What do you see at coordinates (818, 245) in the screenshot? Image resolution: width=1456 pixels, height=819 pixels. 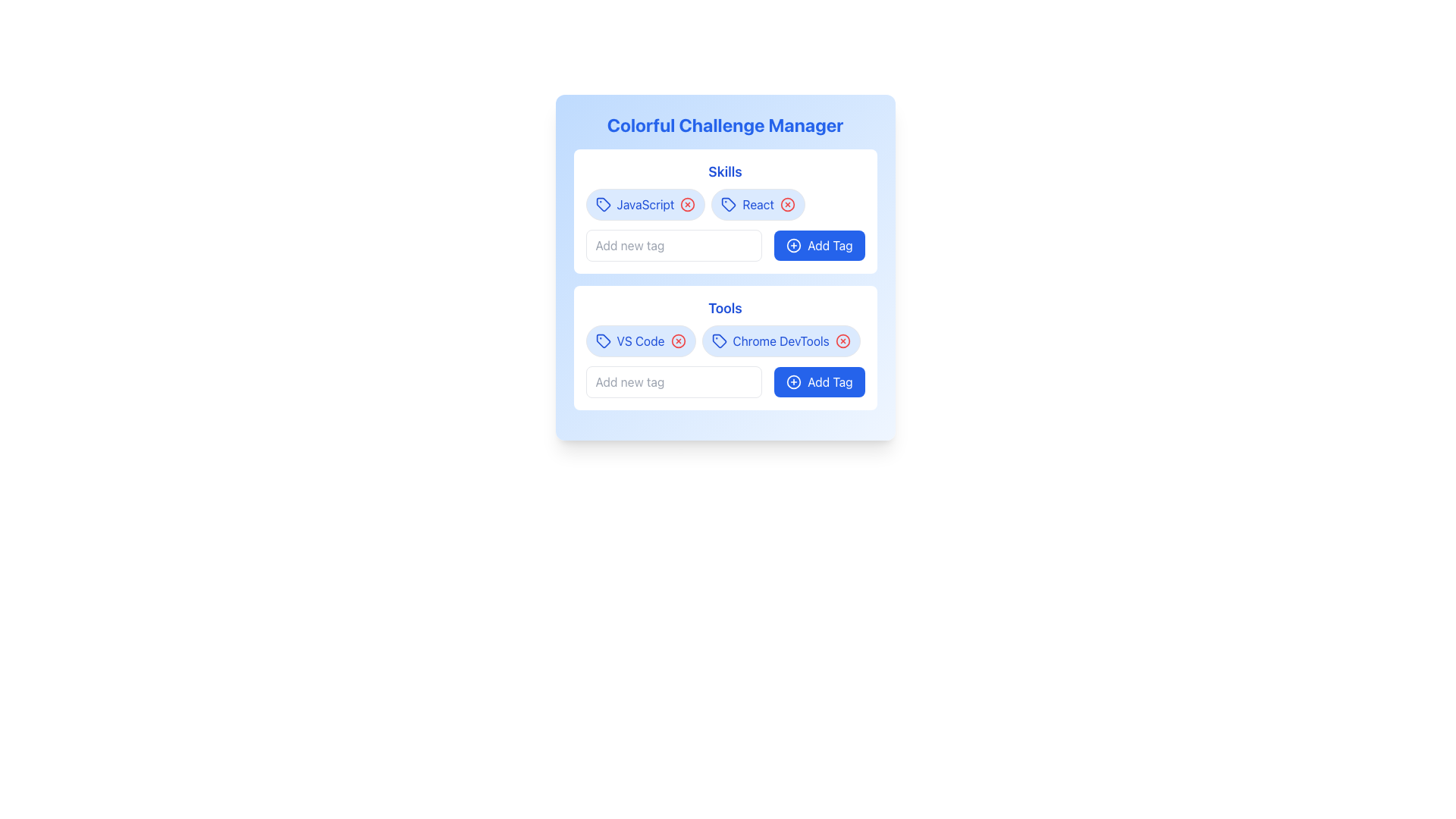 I see `the 'Add Tag' button with a blue background and white text, located in the 'Skills' card` at bounding box center [818, 245].